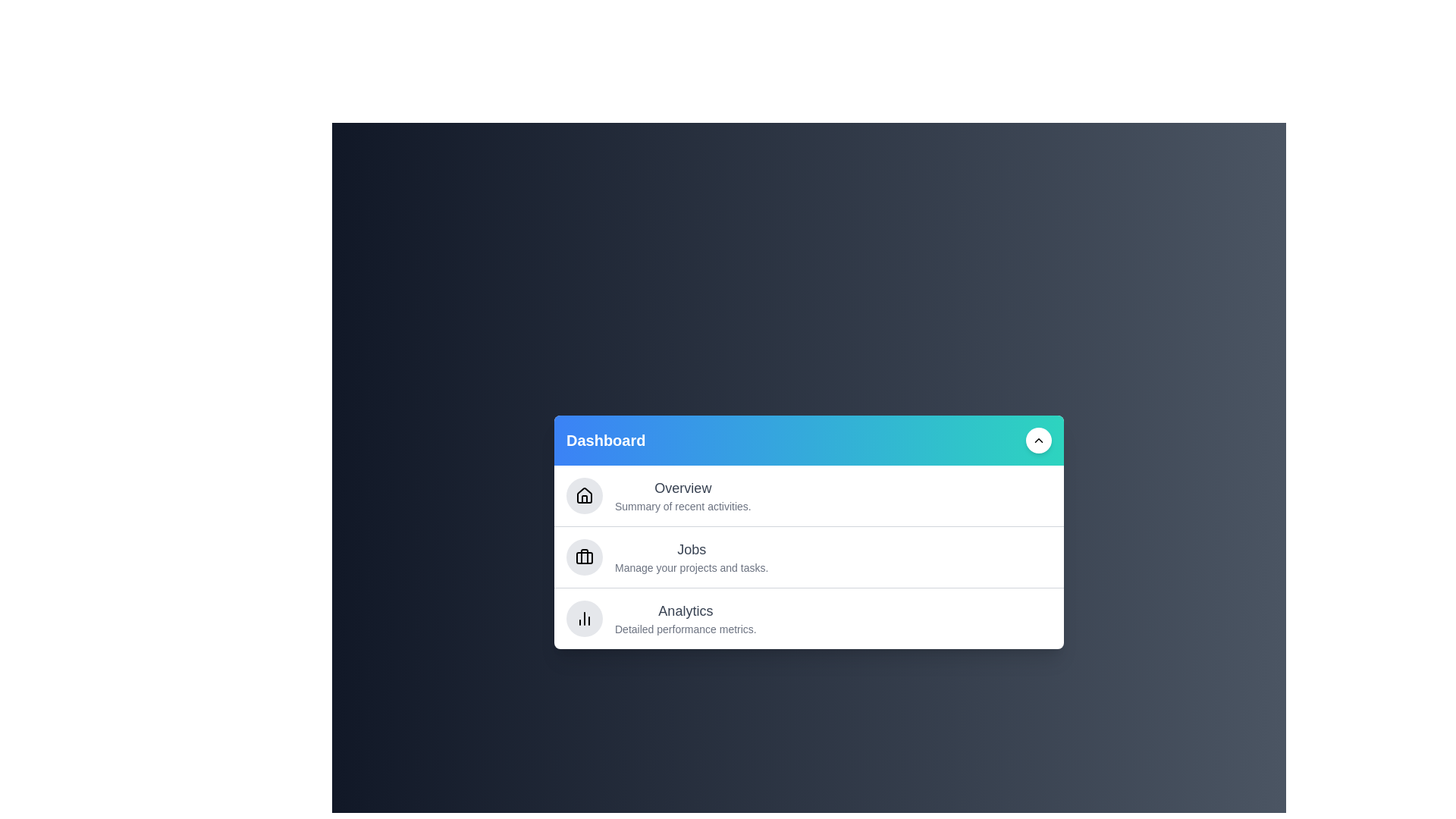 The width and height of the screenshot is (1456, 819). Describe the element at coordinates (682, 488) in the screenshot. I see `the text content of the section titled Overview` at that location.